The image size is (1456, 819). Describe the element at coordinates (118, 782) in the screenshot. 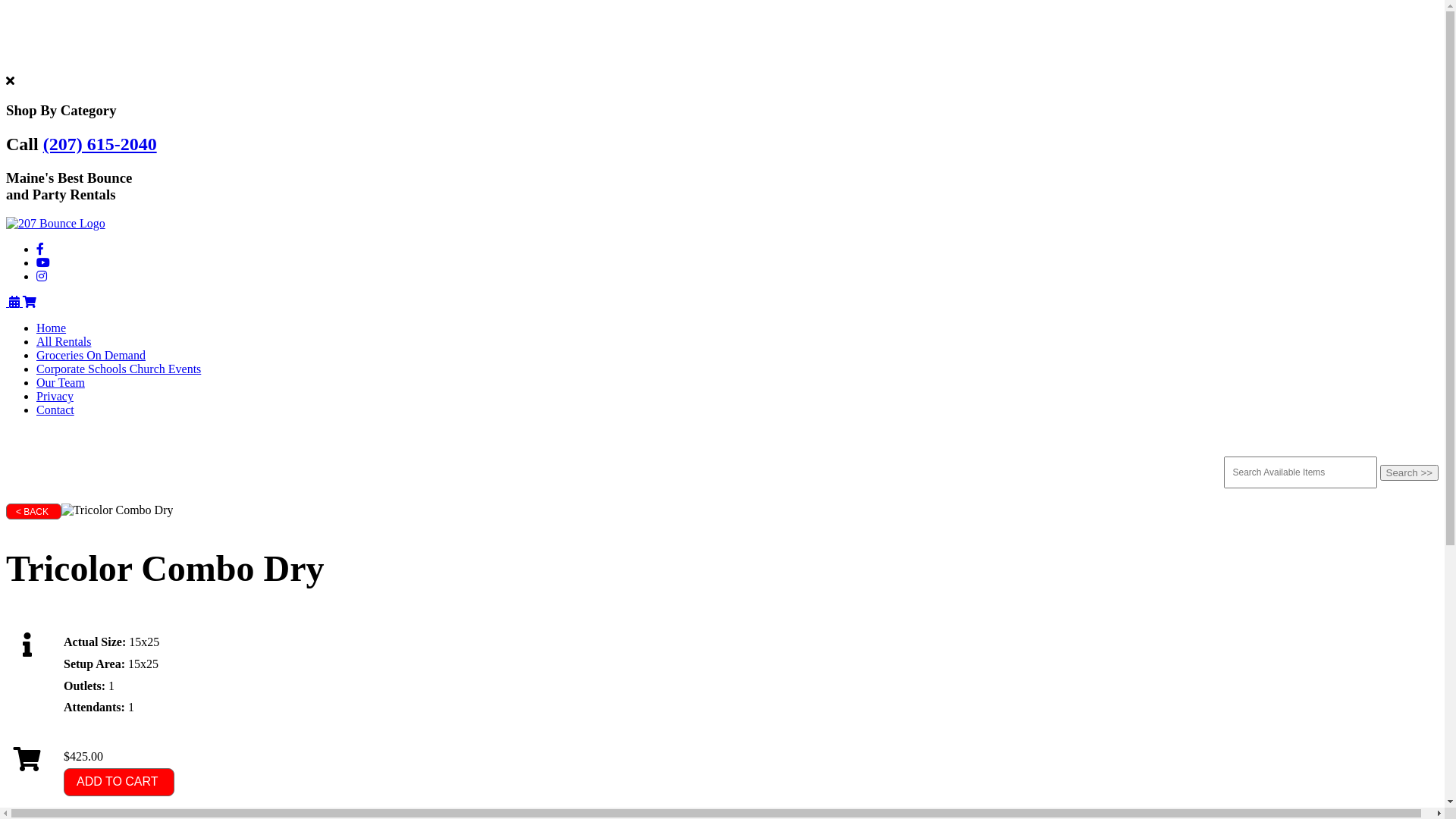

I see `'ADD TO CART'` at that location.